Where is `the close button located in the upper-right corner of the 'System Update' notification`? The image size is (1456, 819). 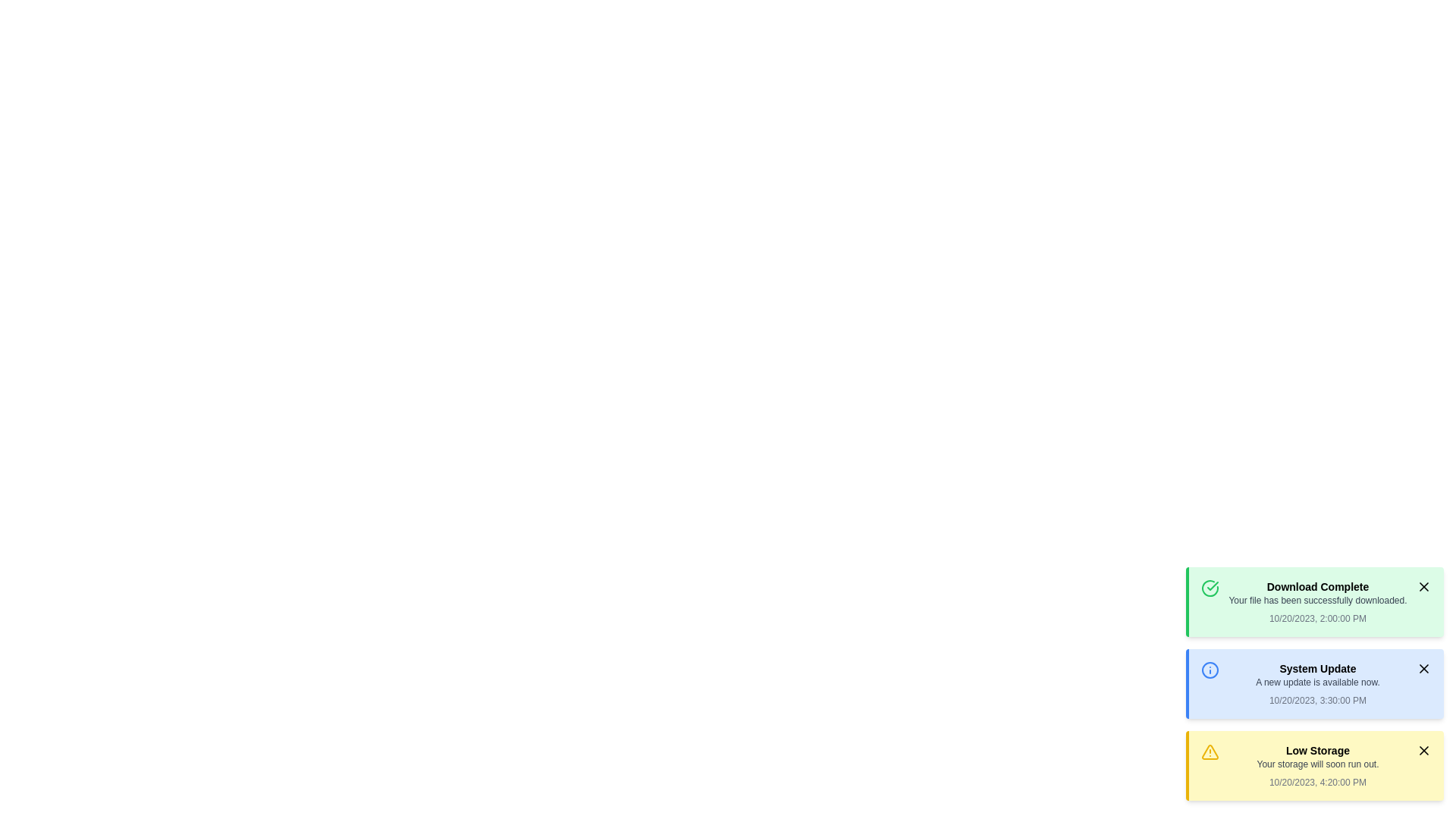
the close button located in the upper-right corner of the 'System Update' notification is located at coordinates (1423, 668).